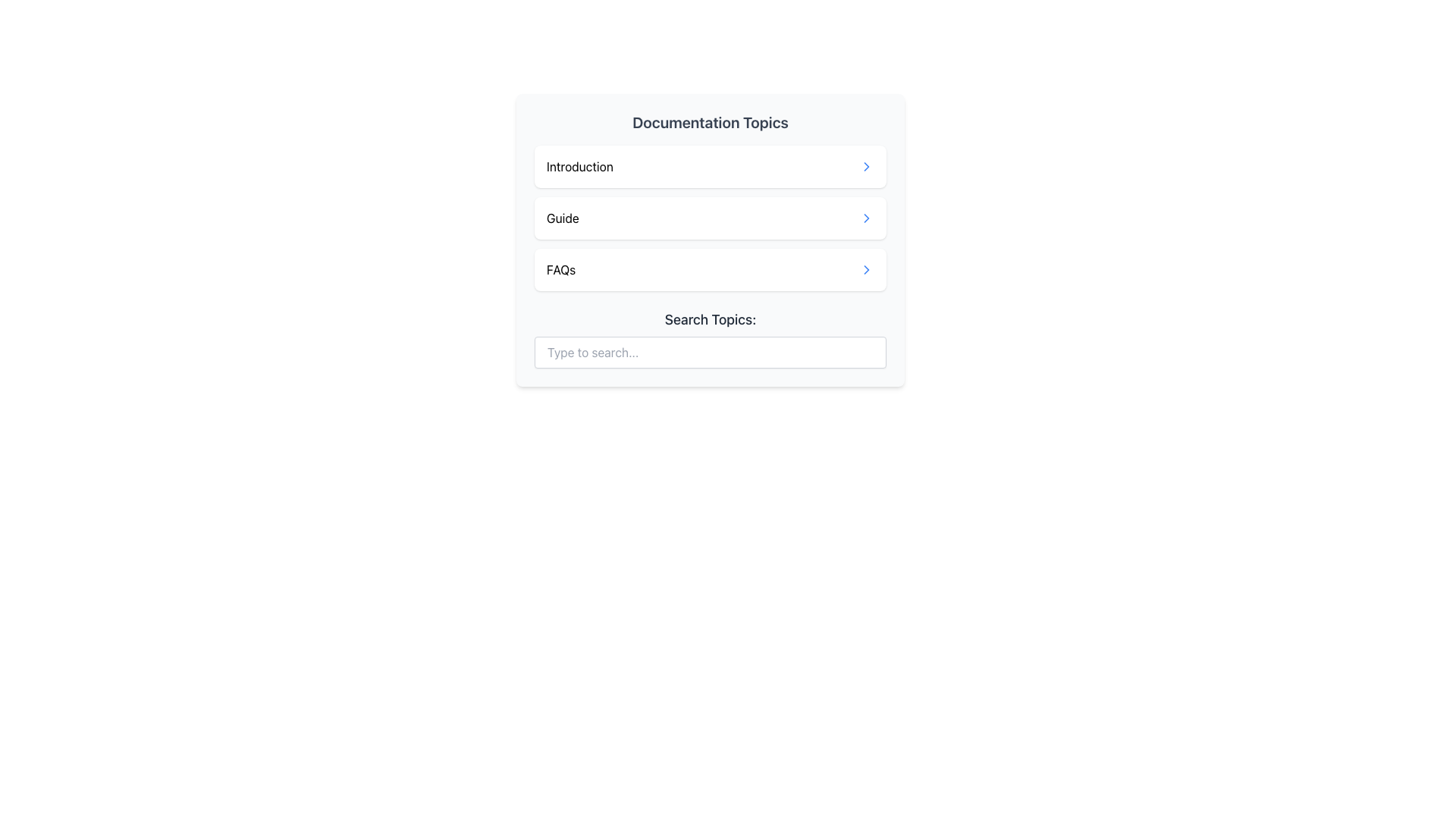  What do you see at coordinates (709, 318) in the screenshot?
I see `the text label that displays 'Search Topics:' in bold, medium-sized dark gray font, located below the list of links and above the search input box` at bounding box center [709, 318].